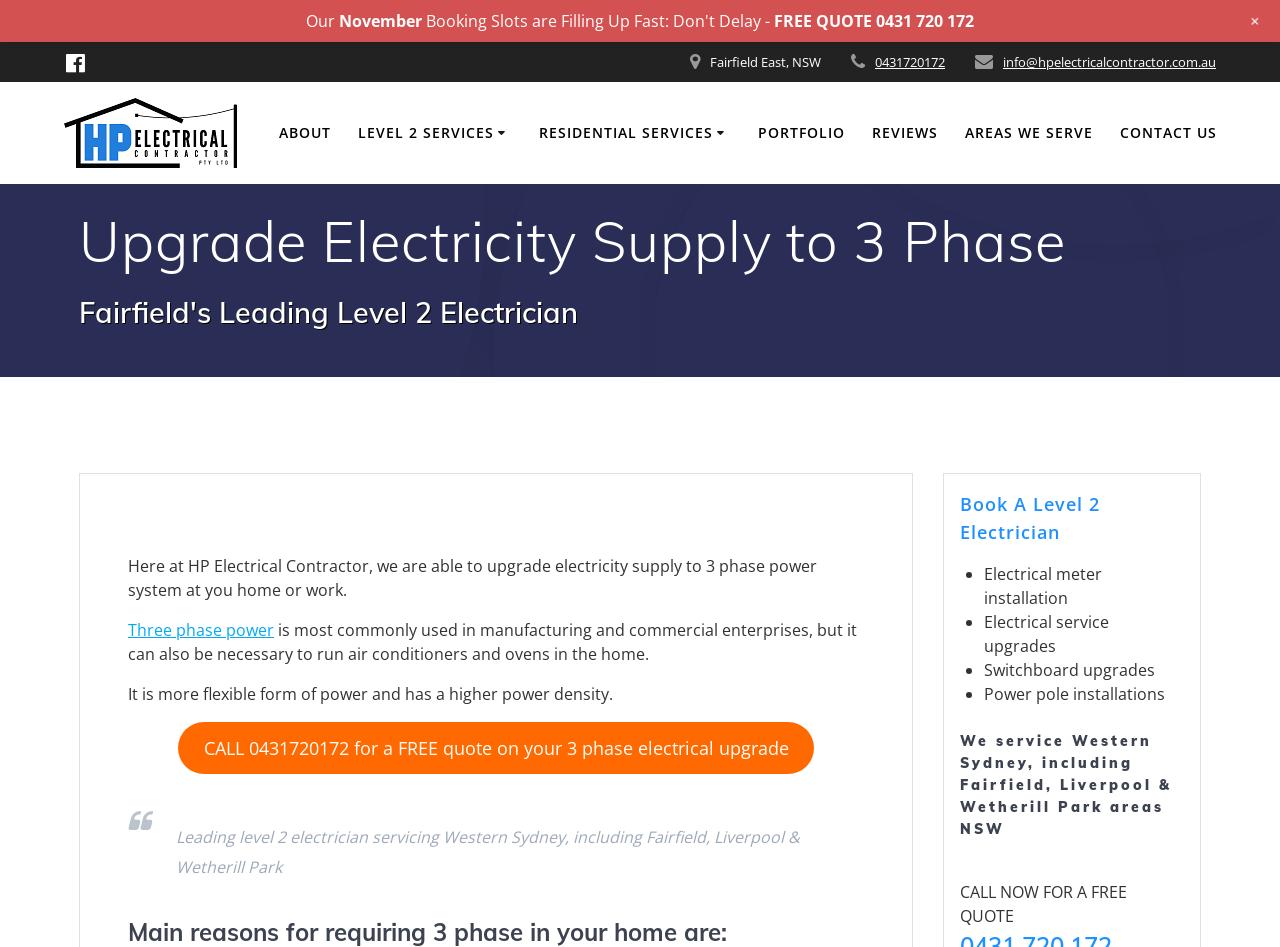 This screenshot has width=1280, height=947. I want to click on 'is most commonly used in manufacturing and commercial enterprises, but it can also be necessary to run air conditioners and ovens in the home.', so click(492, 641).